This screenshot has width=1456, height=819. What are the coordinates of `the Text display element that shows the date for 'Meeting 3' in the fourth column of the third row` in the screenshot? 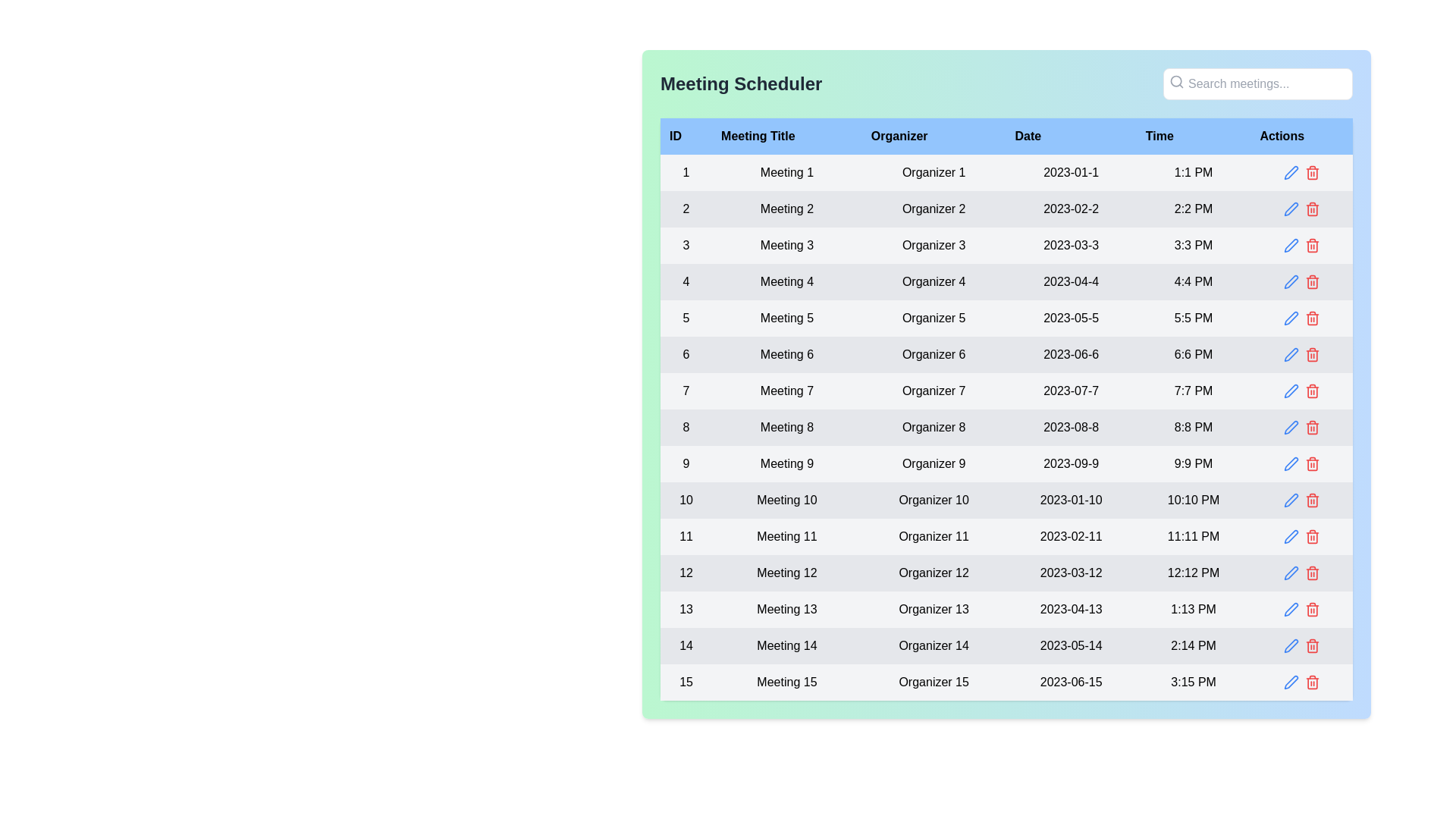 It's located at (1070, 245).